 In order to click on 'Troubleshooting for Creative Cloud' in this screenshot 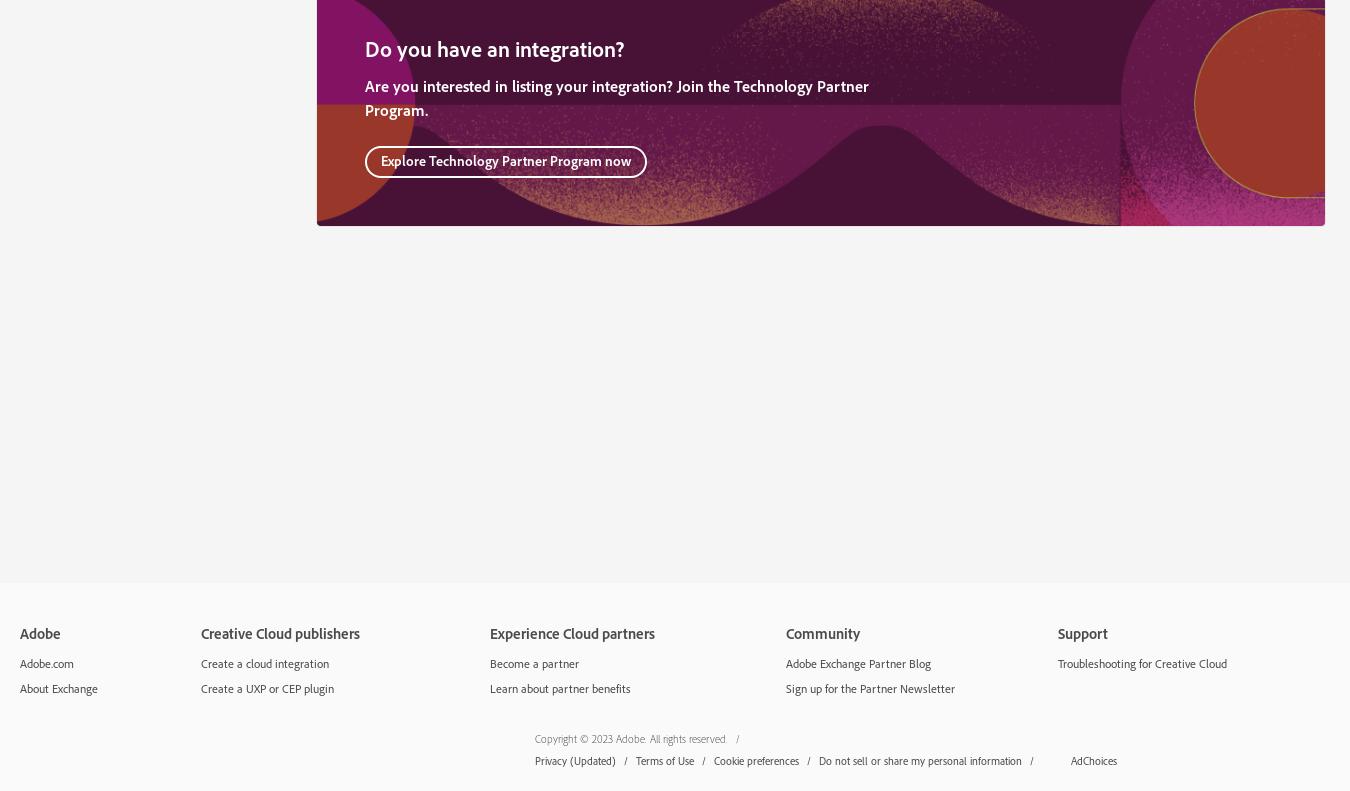, I will do `click(1140, 663)`.